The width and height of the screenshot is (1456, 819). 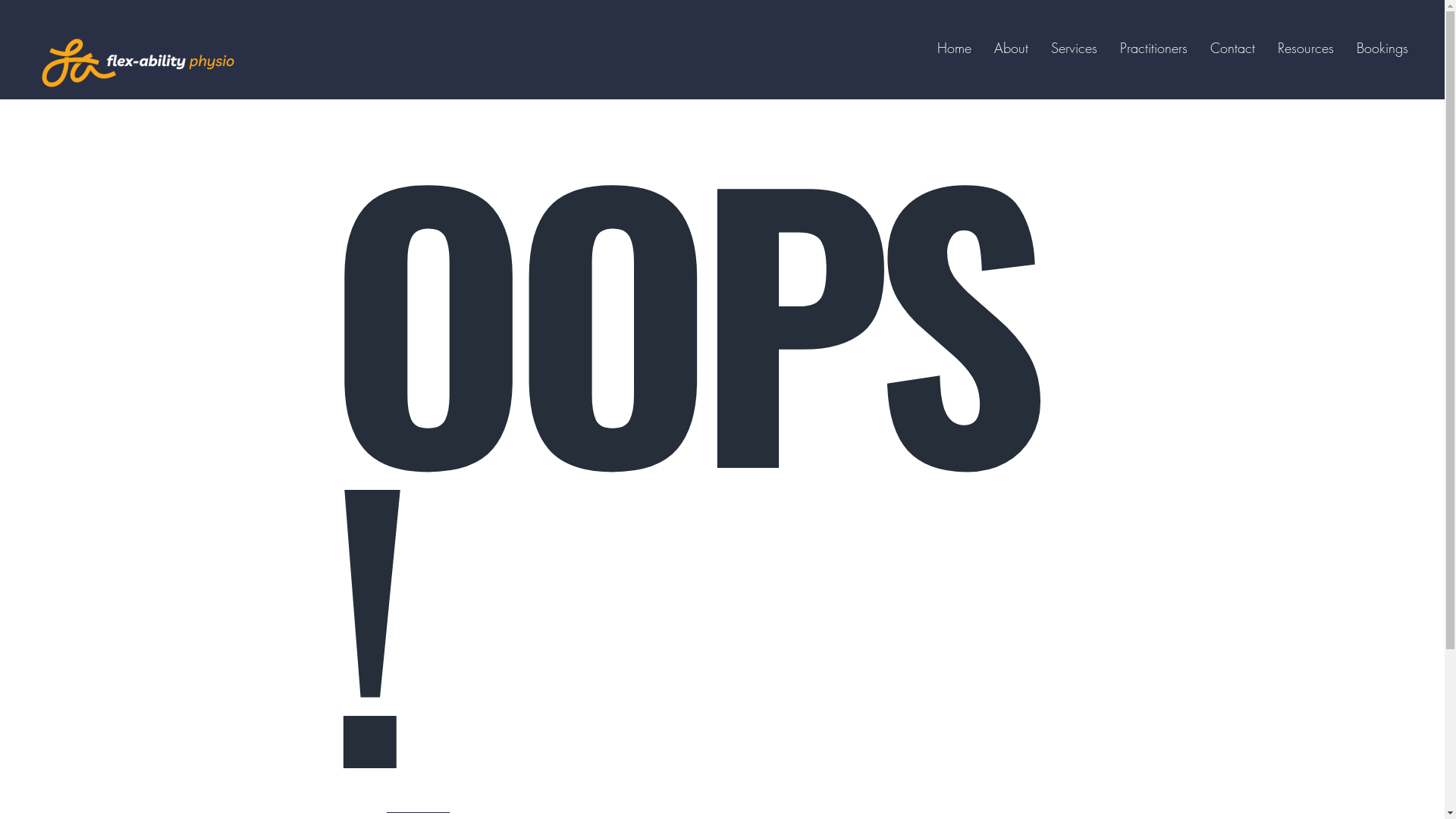 What do you see at coordinates (1073, 46) in the screenshot?
I see `'Services'` at bounding box center [1073, 46].